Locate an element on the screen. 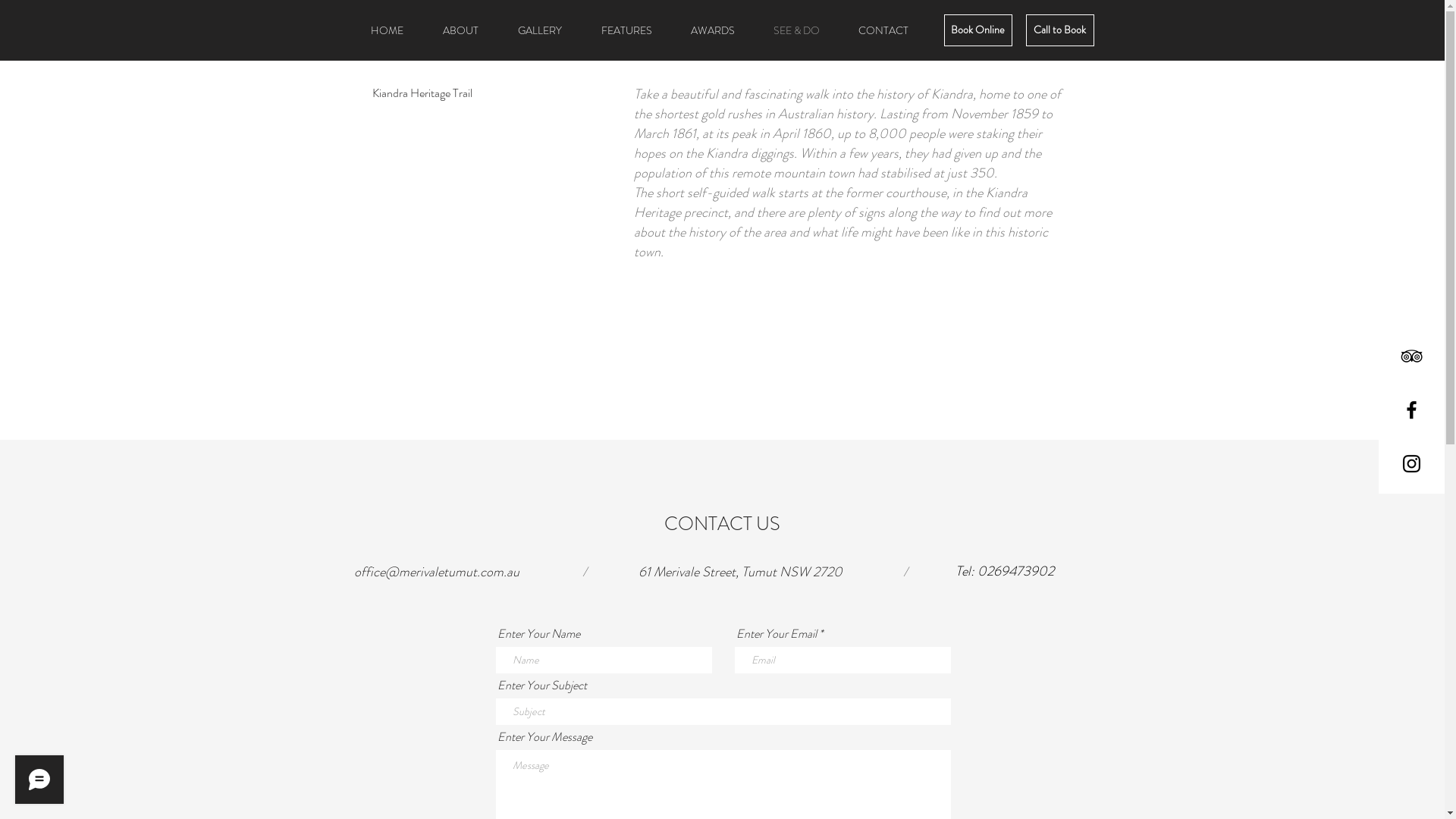 The height and width of the screenshot is (819, 1456). 'ABOUT' is located at coordinates (460, 30).